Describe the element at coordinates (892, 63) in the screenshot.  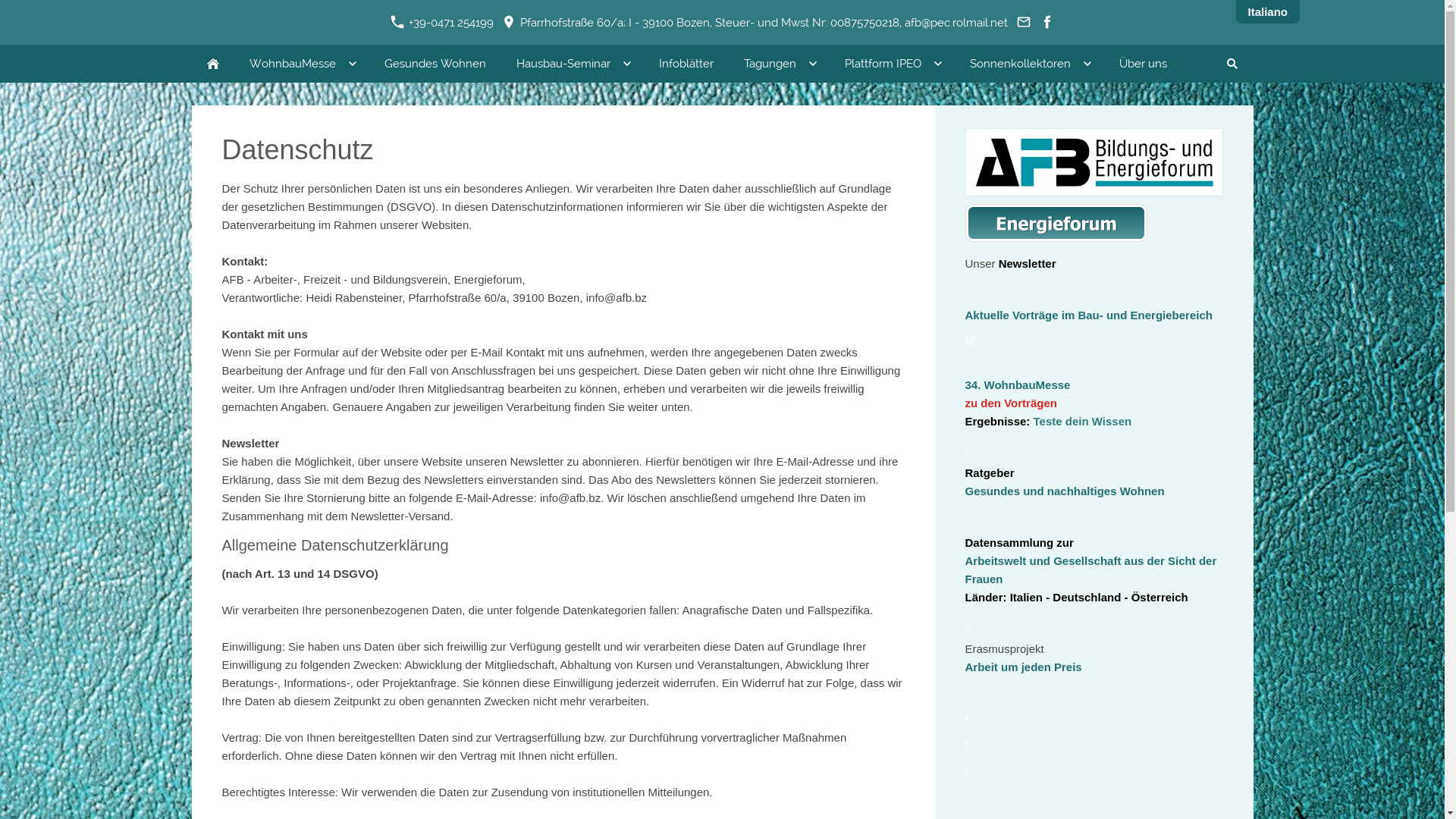
I see `'Plattform IPEO'` at that location.